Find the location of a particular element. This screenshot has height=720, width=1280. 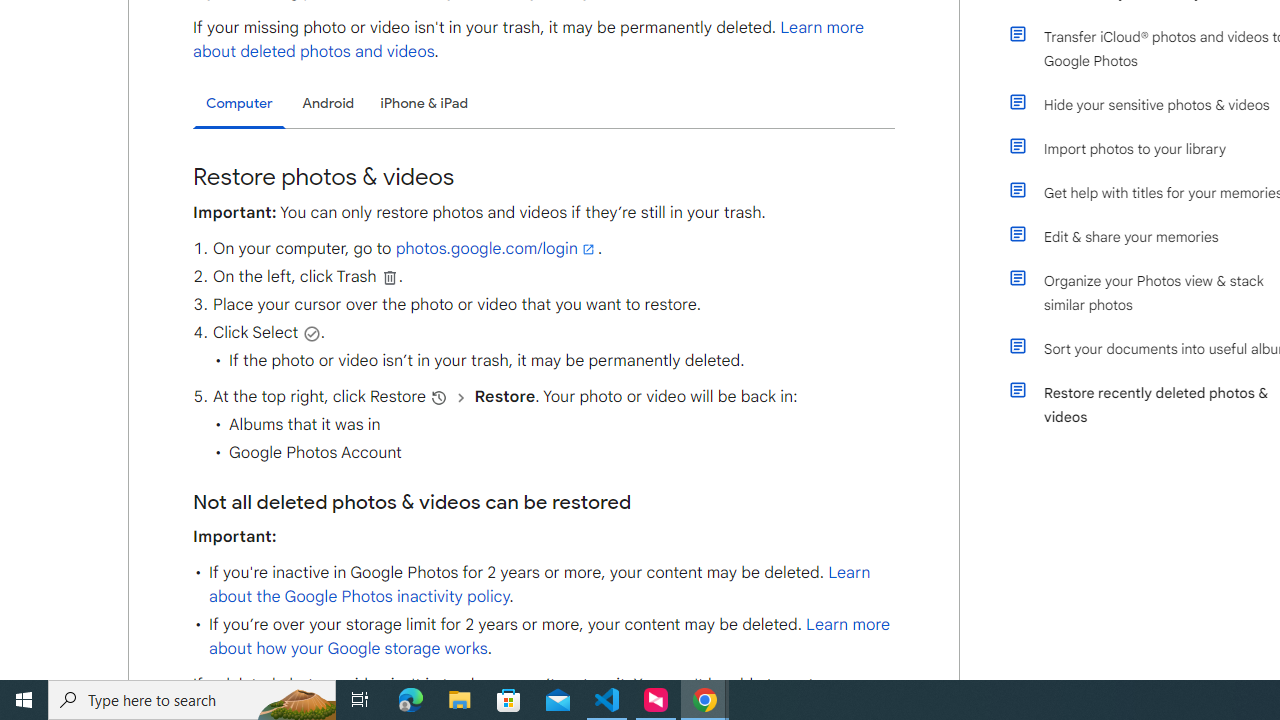

'Learn about the Google Photos inactivity policy' is located at coordinates (539, 585).